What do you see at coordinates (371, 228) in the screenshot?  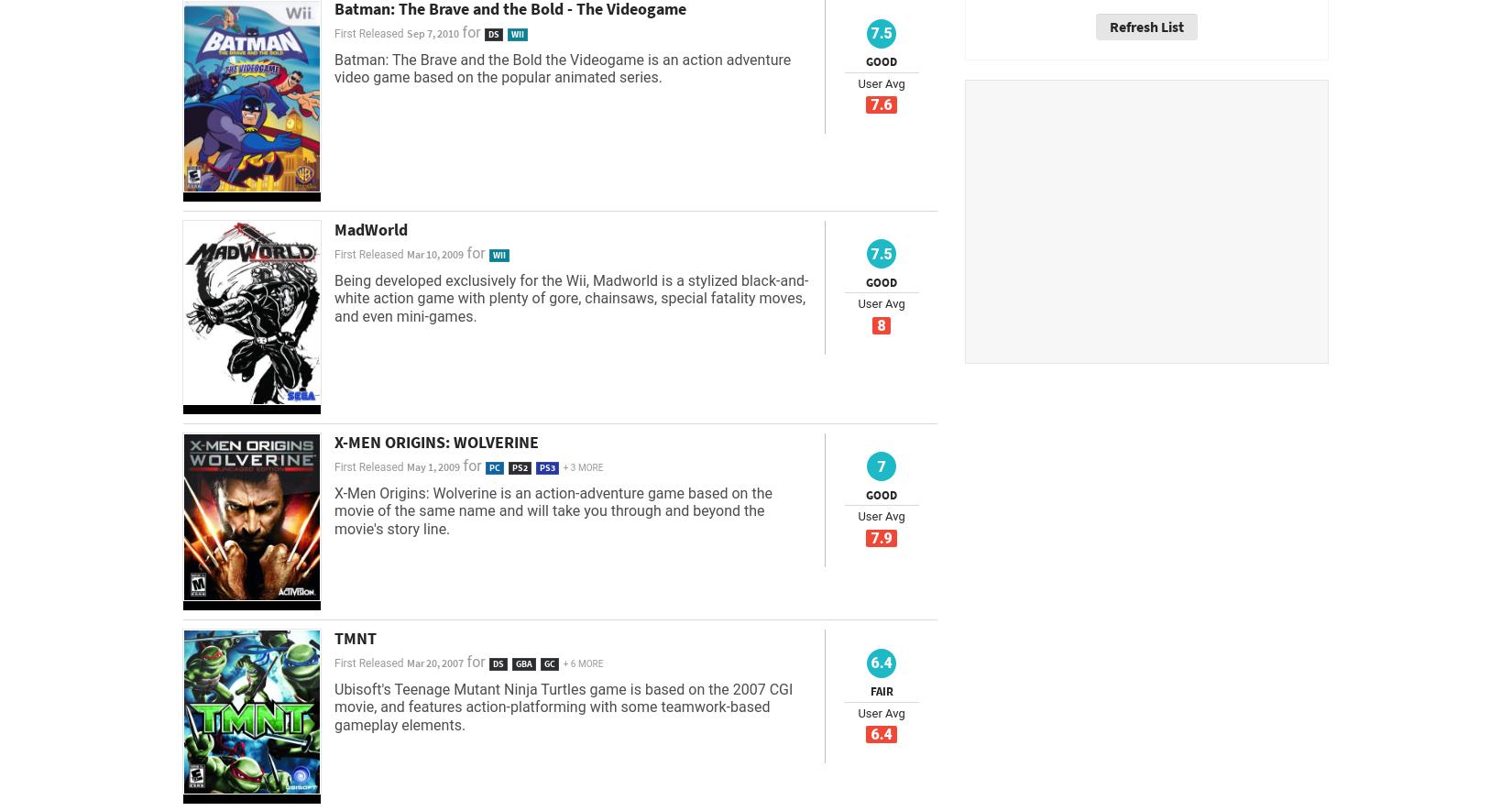 I see `'MadWorld'` at bounding box center [371, 228].